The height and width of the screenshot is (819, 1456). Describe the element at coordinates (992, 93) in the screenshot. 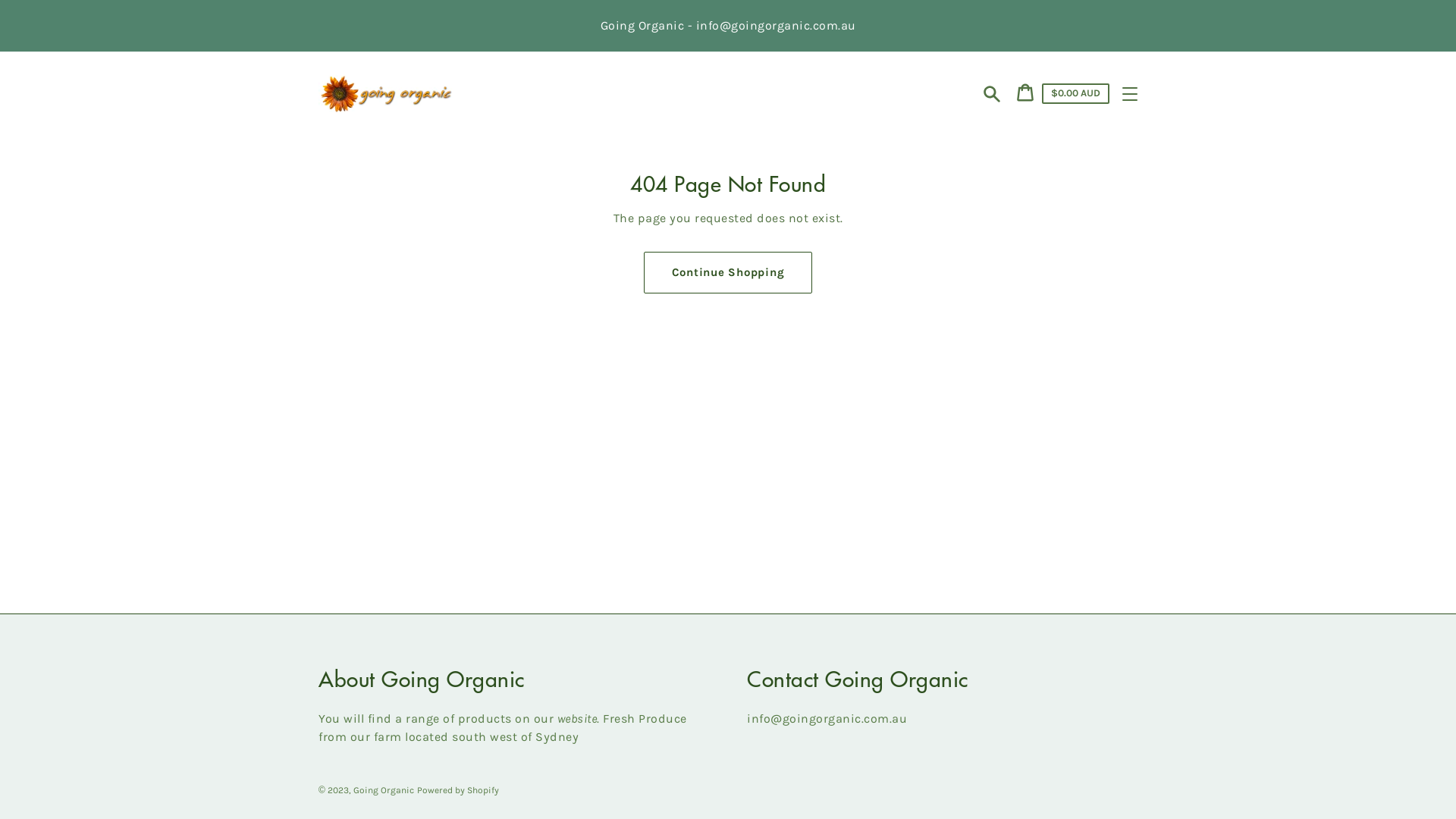

I see `'Search'` at that location.